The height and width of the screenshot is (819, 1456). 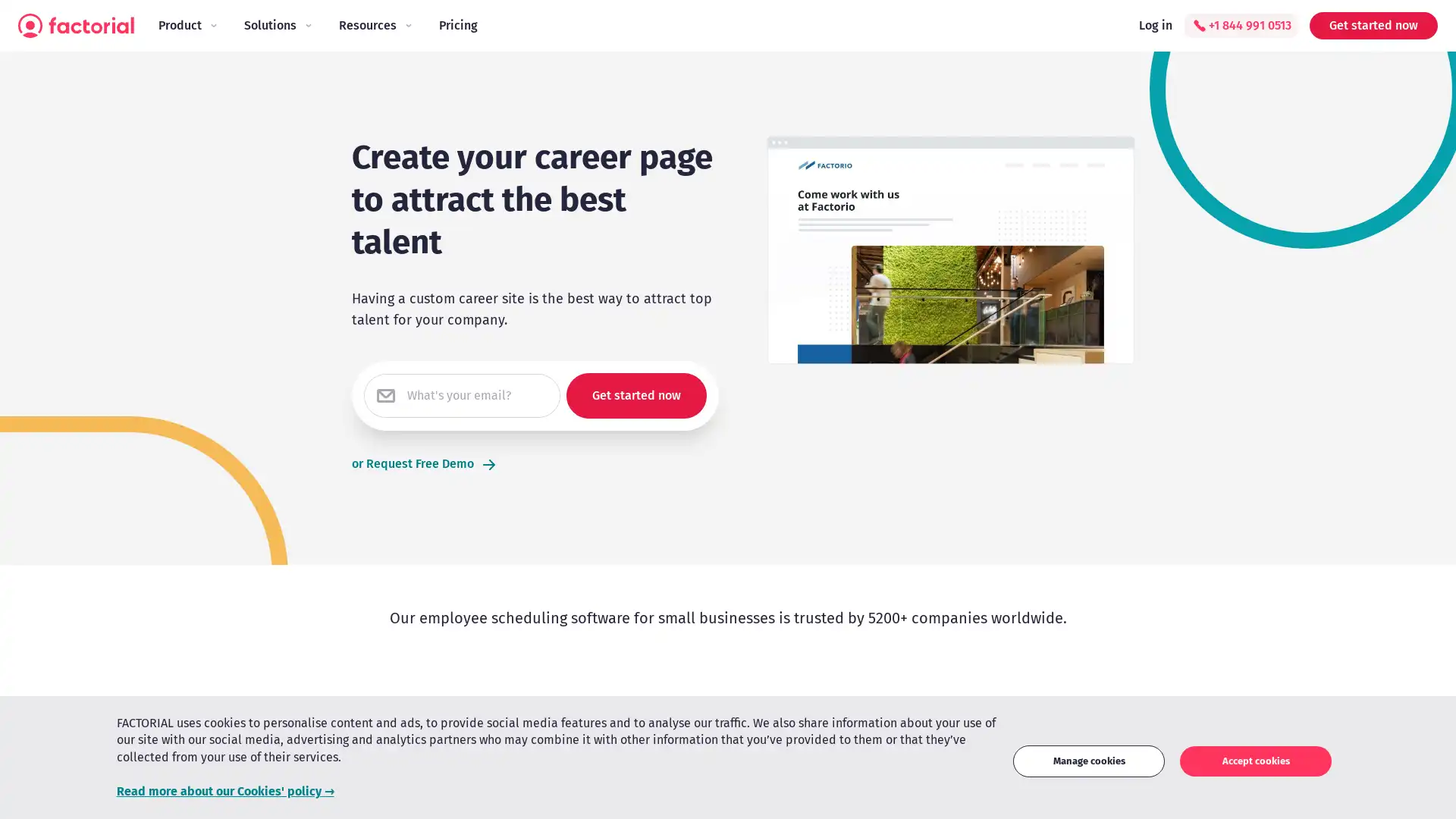 What do you see at coordinates (1087, 761) in the screenshot?
I see `Manage cookies` at bounding box center [1087, 761].